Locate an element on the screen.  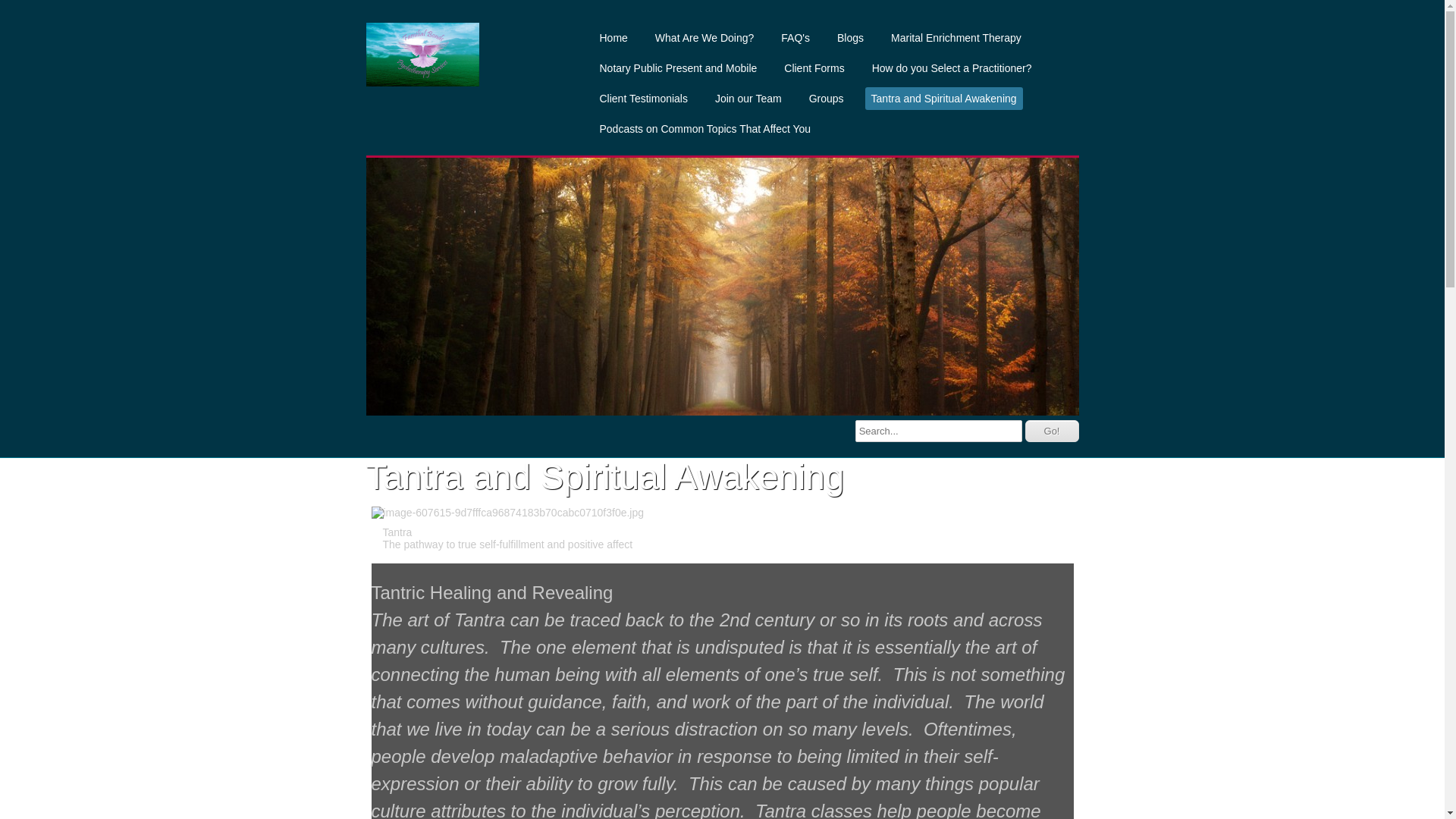
'What Are We Doing?' is located at coordinates (704, 37).